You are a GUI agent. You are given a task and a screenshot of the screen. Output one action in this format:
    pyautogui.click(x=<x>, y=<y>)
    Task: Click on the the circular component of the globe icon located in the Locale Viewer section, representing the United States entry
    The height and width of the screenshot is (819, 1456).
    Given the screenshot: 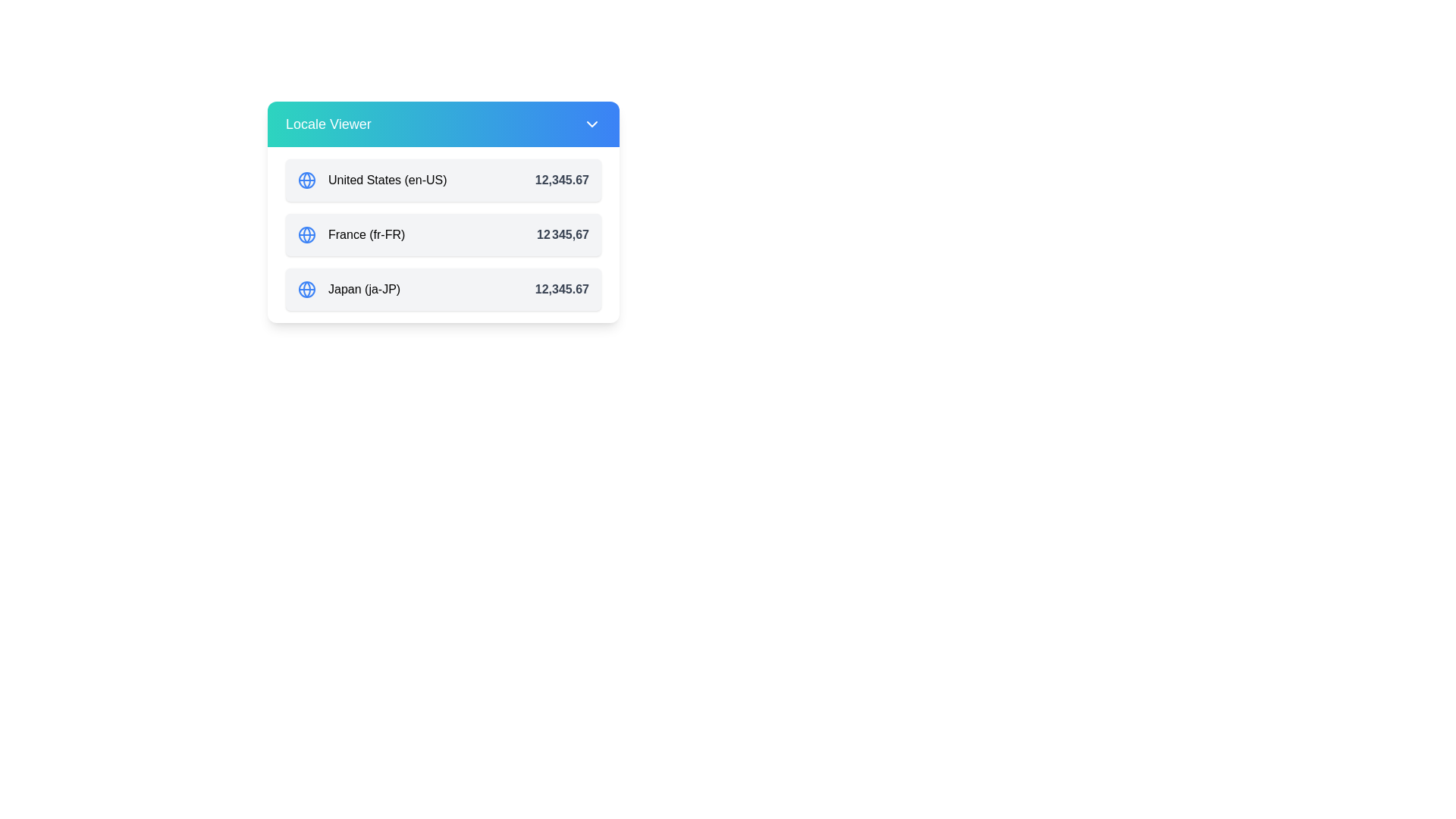 What is the action you would take?
    pyautogui.click(x=306, y=180)
    